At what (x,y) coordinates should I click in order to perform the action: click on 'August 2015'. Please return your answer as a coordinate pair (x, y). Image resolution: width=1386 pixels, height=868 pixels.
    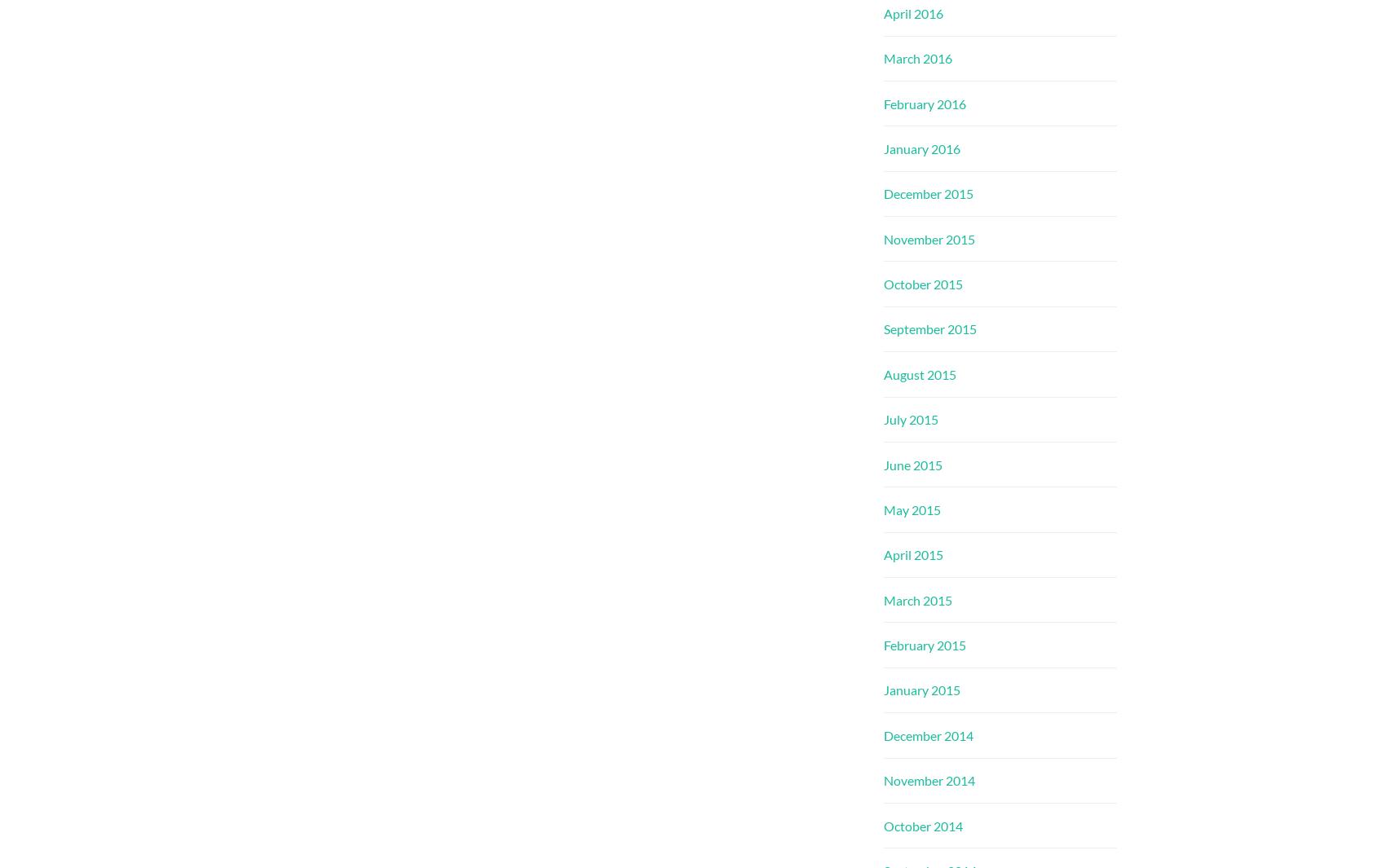
    Looking at the image, I should click on (920, 372).